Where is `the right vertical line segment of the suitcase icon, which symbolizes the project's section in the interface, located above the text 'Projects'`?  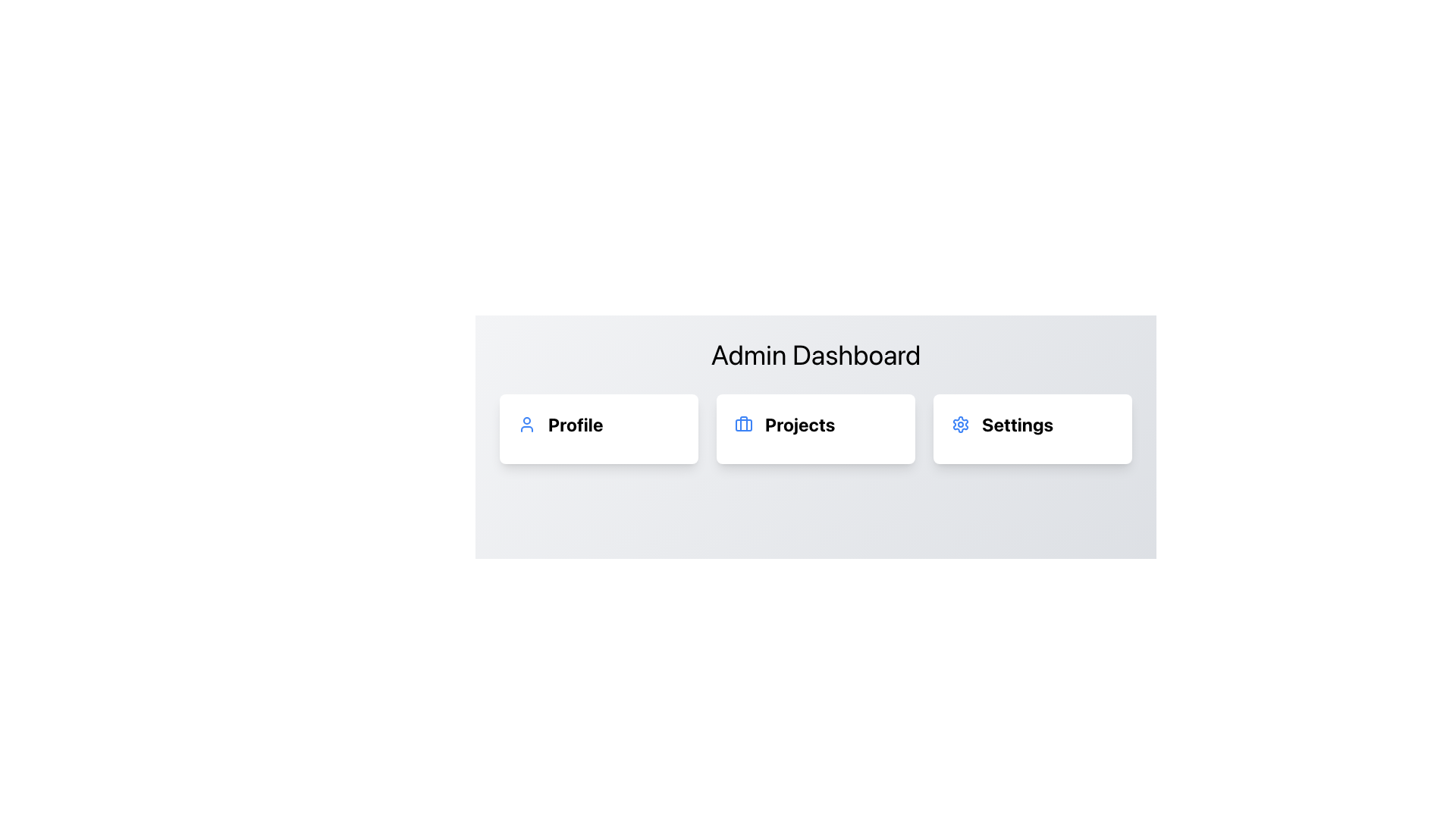 the right vertical line segment of the suitcase icon, which symbolizes the project's section in the interface, located above the text 'Projects' is located at coordinates (743, 424).